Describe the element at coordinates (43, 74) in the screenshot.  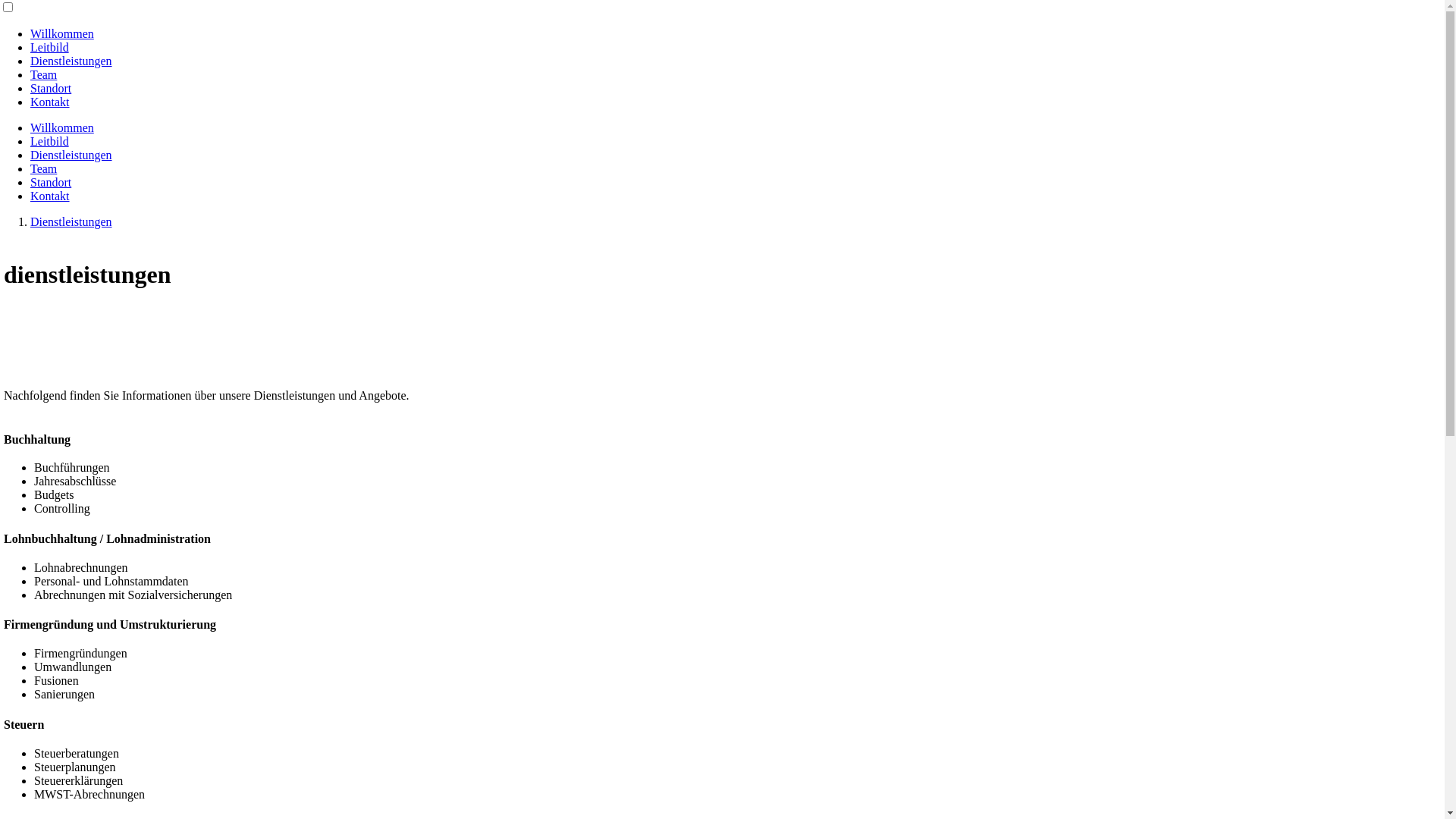
I see `'Team'` at that location.